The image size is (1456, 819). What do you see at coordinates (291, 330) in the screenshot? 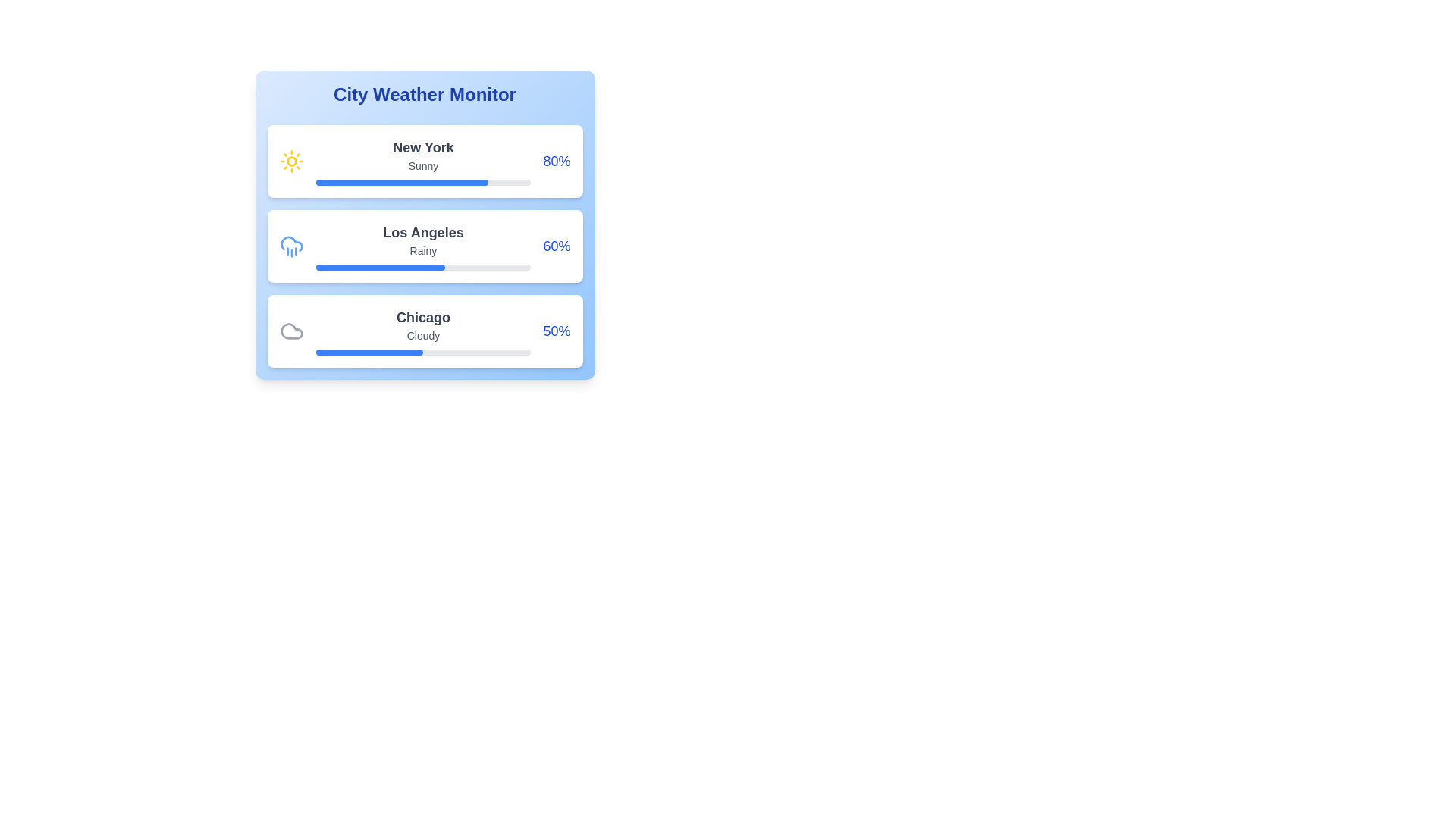
I see `the cloud-shaped icon located in the Chicago weather card, positioned to the left of the 'Chicago' and 'Cloudy' text` at bounding box center [291, 330].